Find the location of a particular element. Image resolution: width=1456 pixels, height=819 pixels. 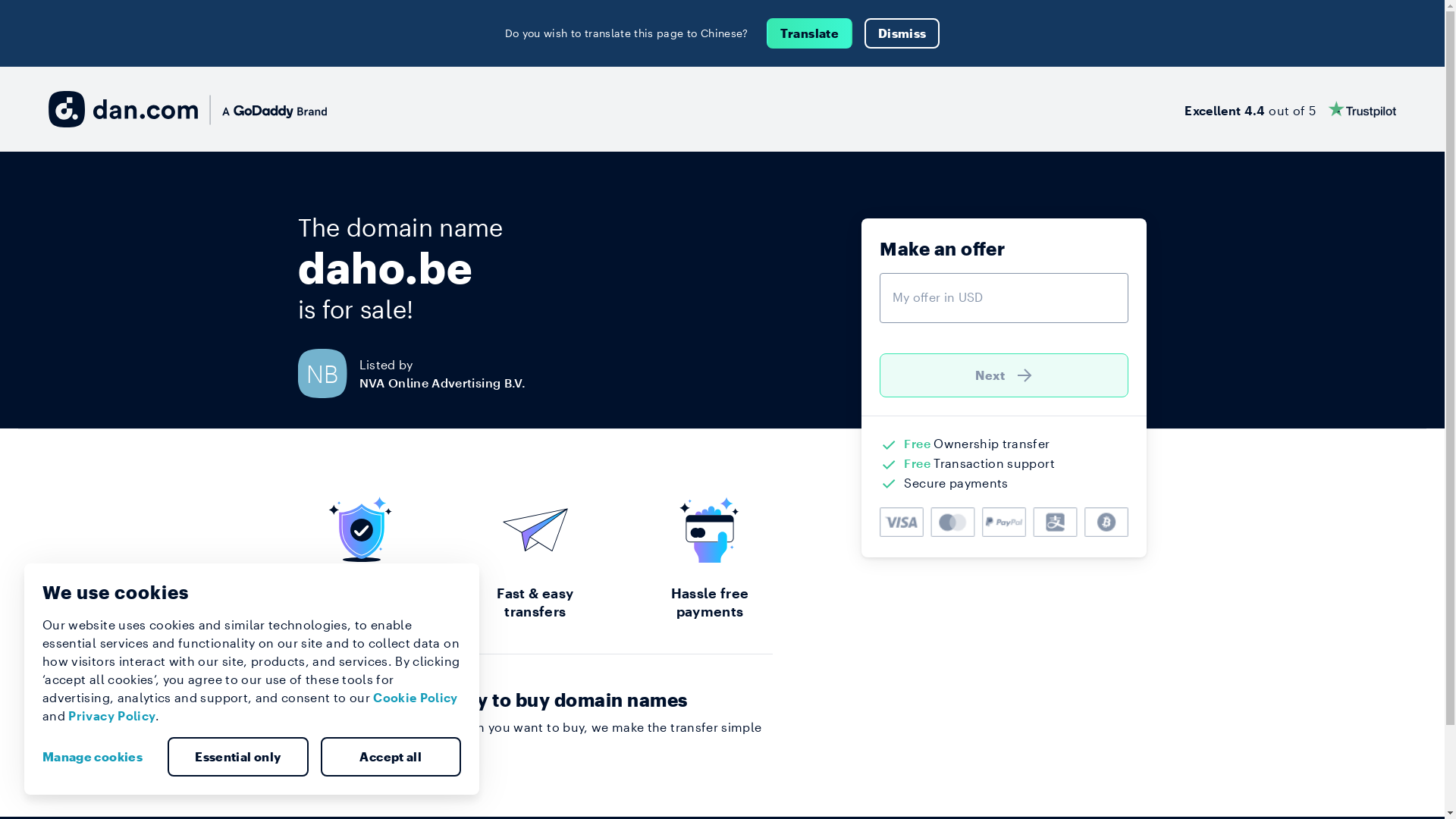

'Privacy Policy' is located at coordinates (111, 715).